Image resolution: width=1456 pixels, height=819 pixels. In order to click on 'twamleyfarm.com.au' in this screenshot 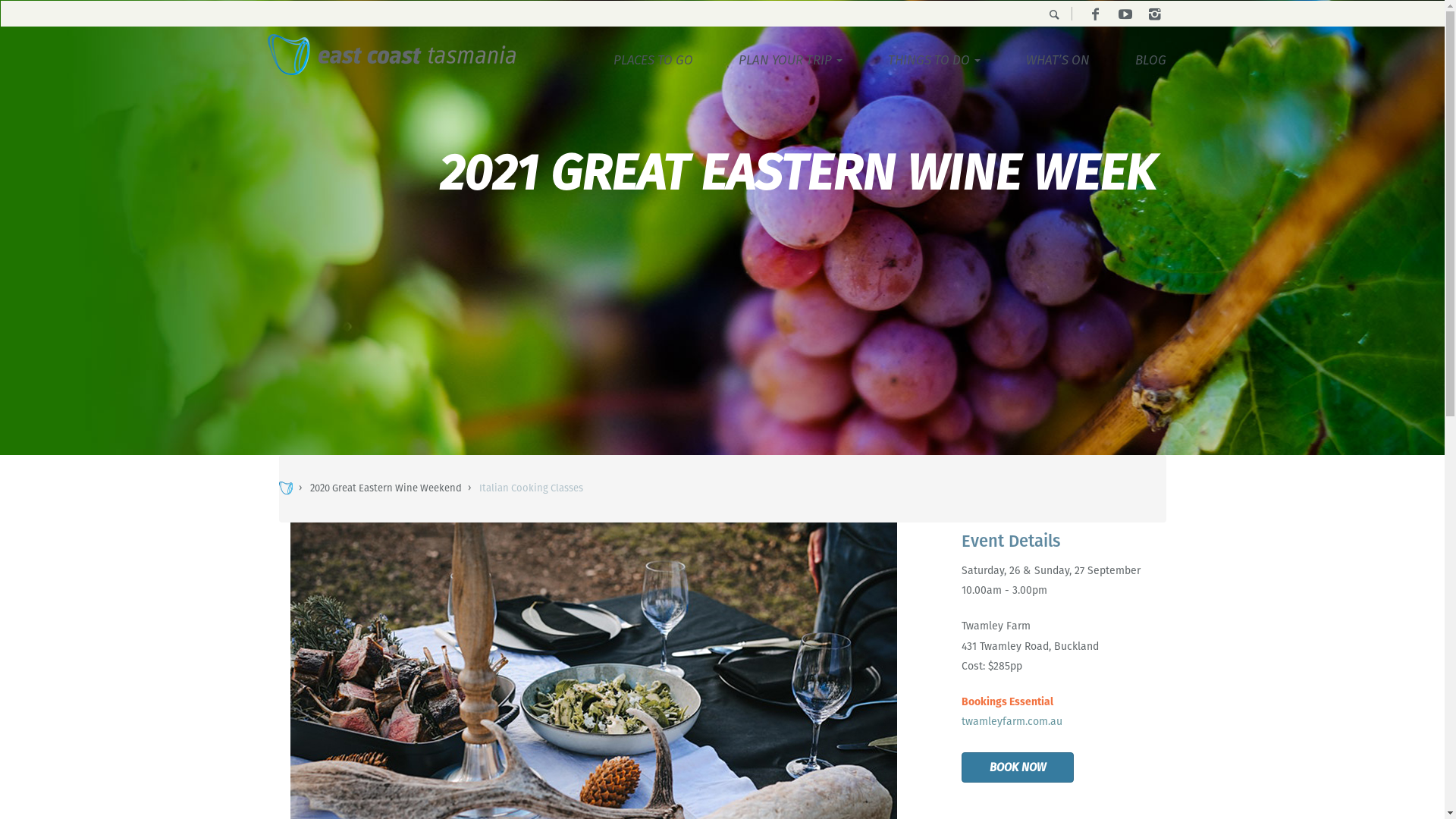, I will do `click(1012, 720)`.